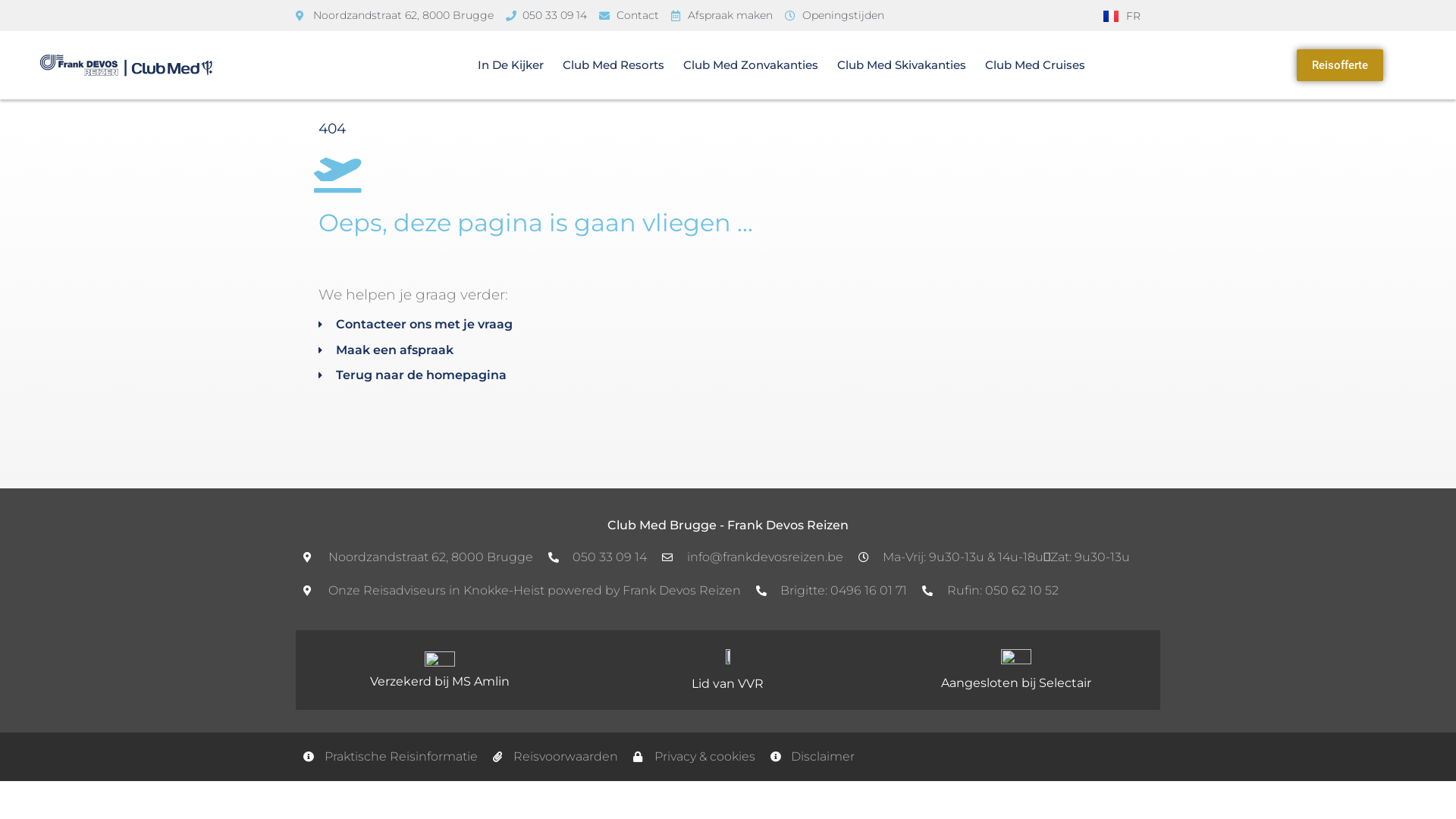 The image size is (1456, 819). What do you see at coordinates (720, 15) in the screenshot?
I see `'Afspraak maken'` at bounding box center [720, 15].